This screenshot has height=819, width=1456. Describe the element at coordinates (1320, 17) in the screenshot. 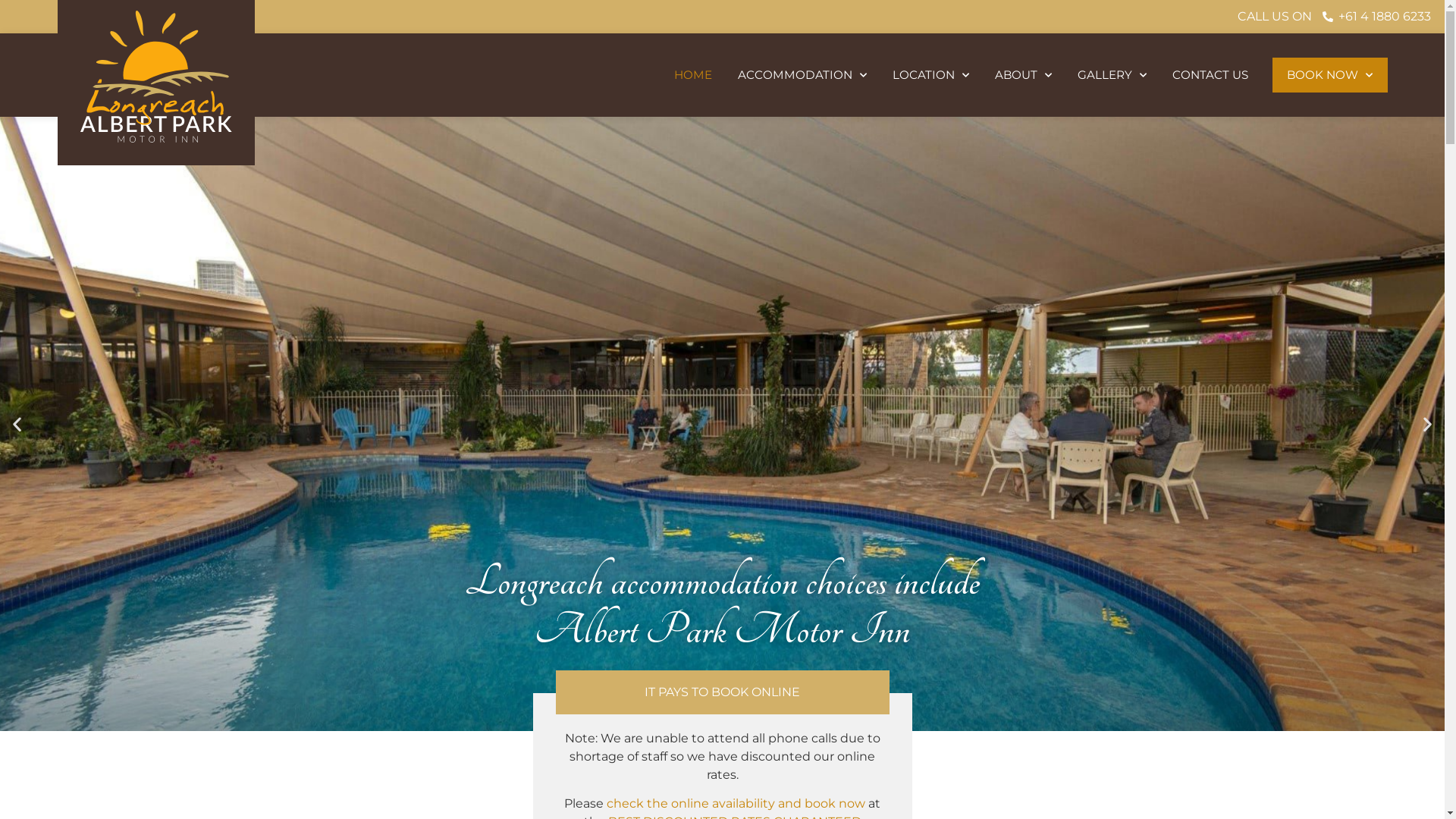

I see `'+61 4 1880 6233'` at that location.